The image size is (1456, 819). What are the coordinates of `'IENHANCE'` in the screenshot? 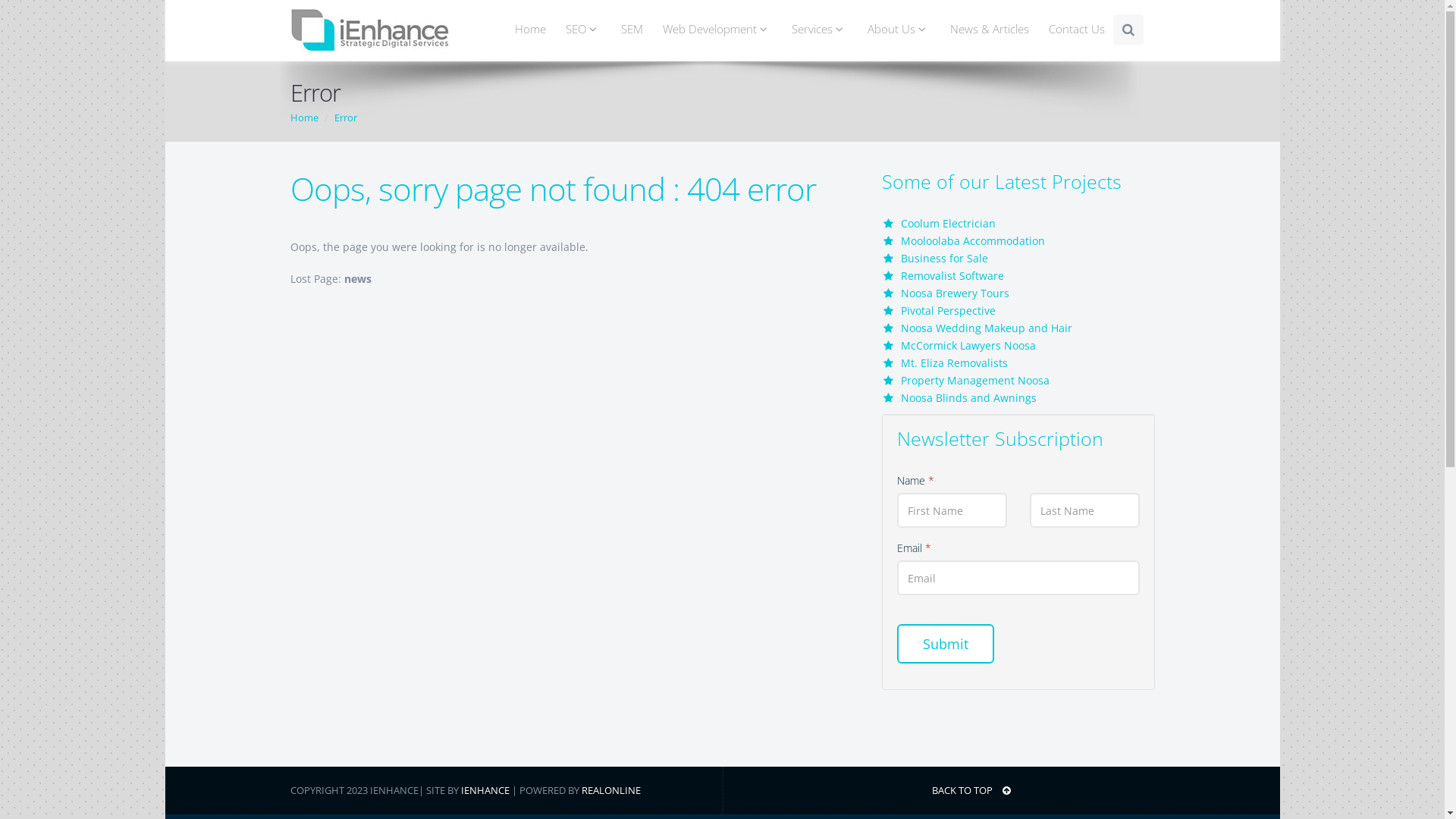 It's located at (460, 789).